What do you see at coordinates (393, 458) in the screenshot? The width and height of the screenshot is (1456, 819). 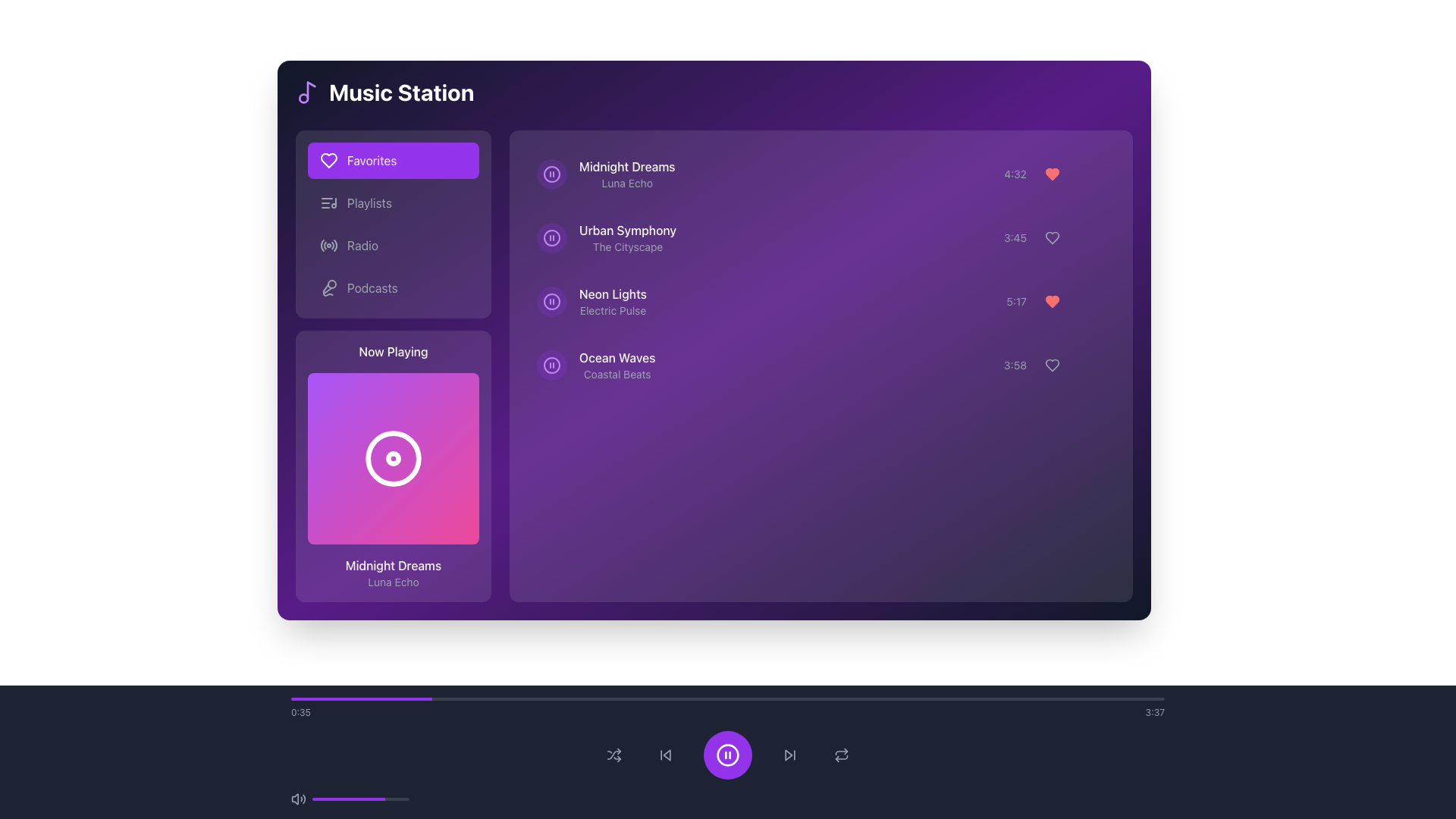 I see `the Circular SVG graphic element located in the 'Now Playing' section, which features a white stroke and a vibrant pink and purple gradient background, resembling a disc or vinyl record` at bounding box center [393, 458].